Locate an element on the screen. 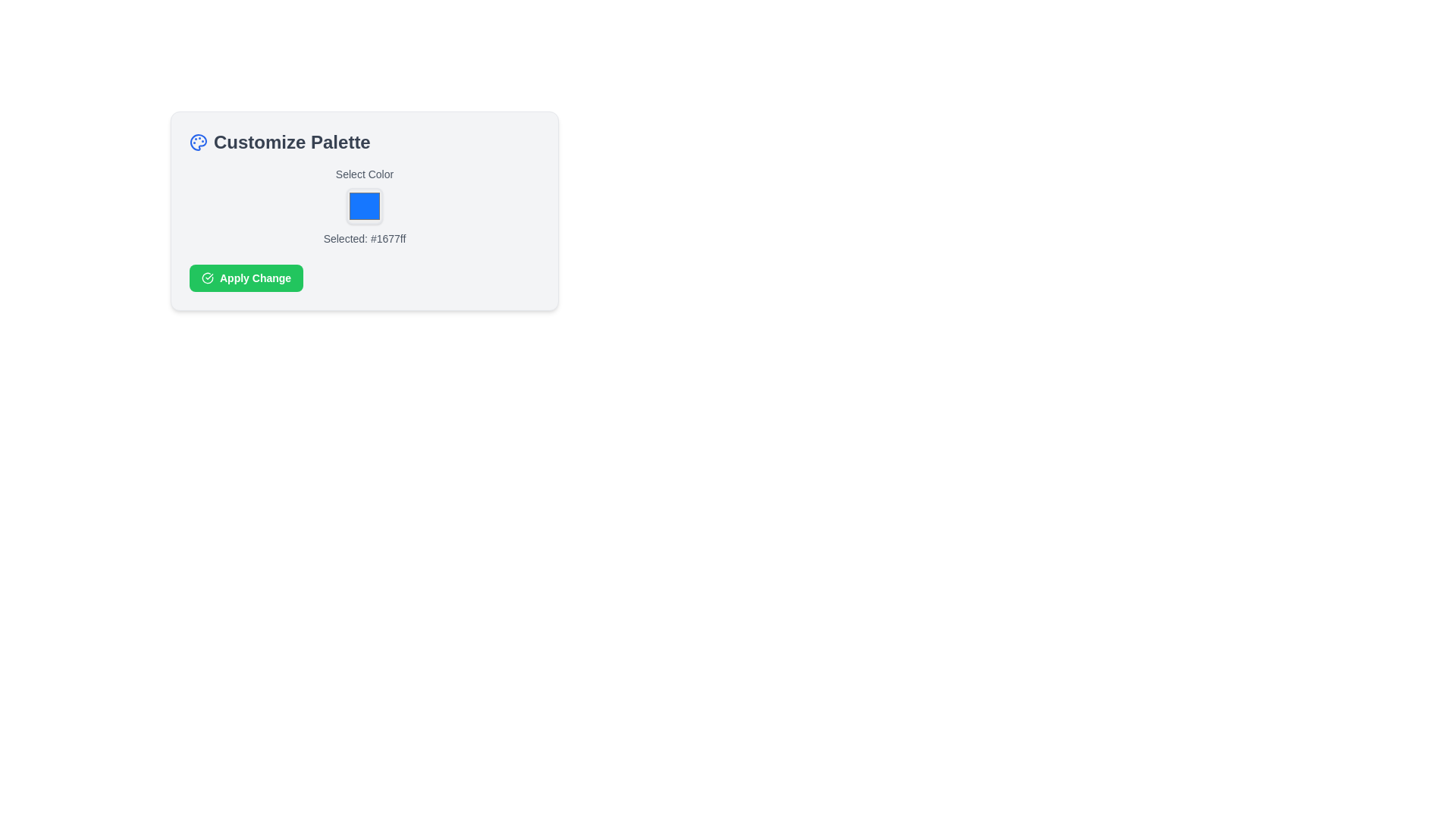  the green circular icon with a white checkmark inside it, which is located within the 'Apply Change' button at the bottom-left corner of the card interface is located at coordinates (206, 278).